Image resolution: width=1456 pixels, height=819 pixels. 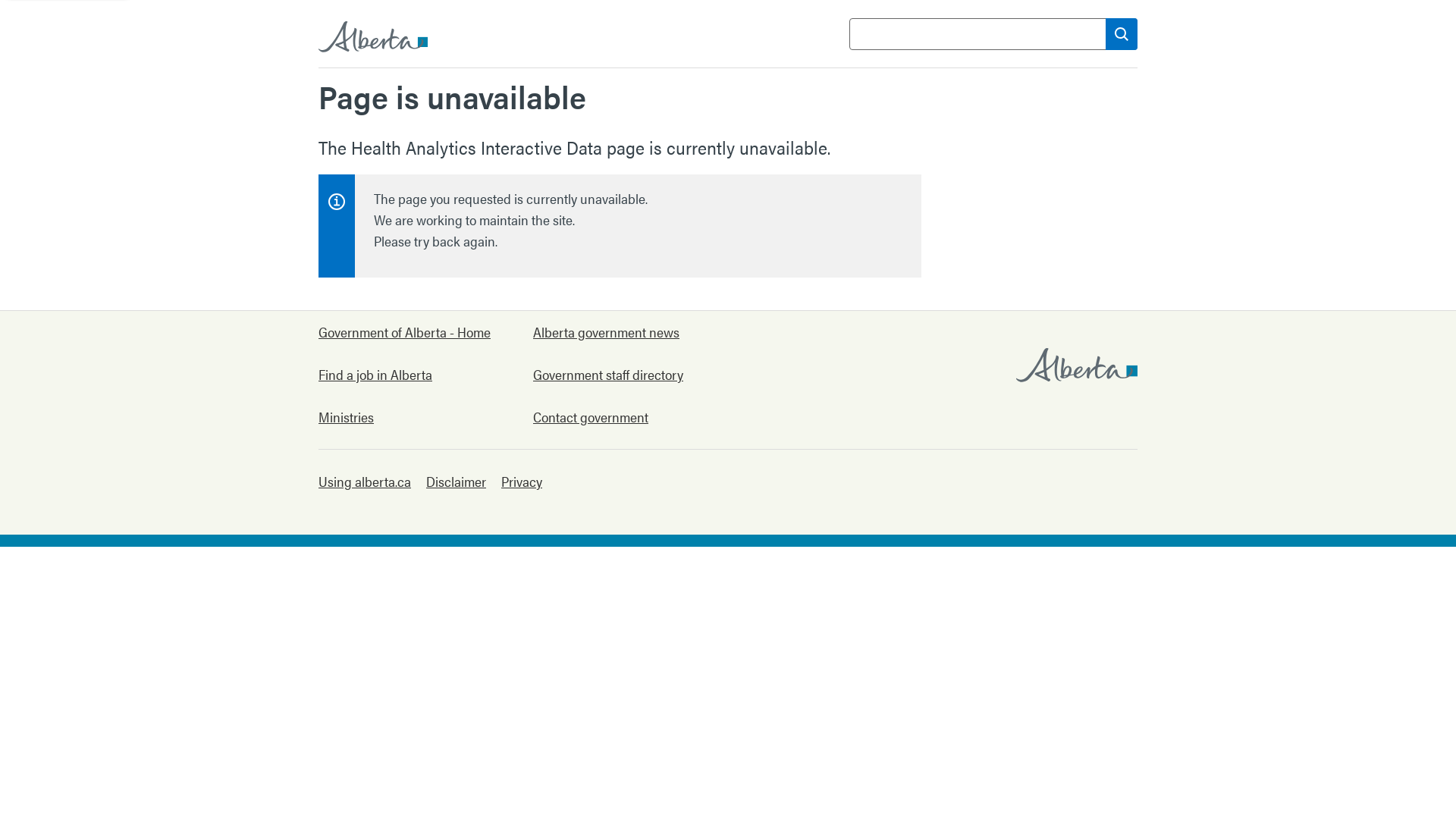 I want to click on 'Find a job in Alberta', so click(x=404, y=374).